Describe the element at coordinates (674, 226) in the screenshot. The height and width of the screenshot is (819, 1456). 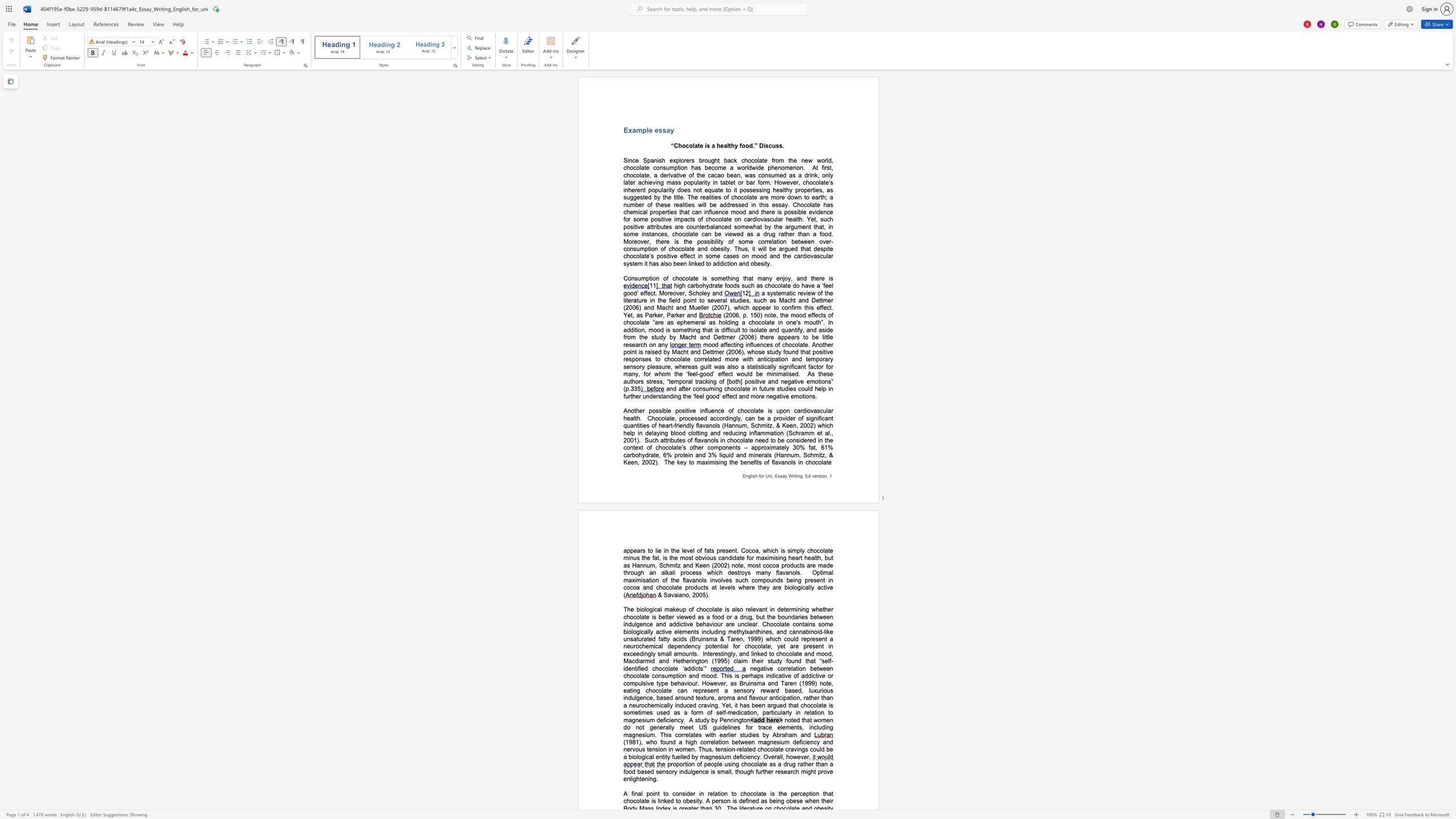
I see `the subset text "are counterbala" within the text "for some positive impacts of chocolate on cardiovascular health. Yet, such positive attributes are counterbalanced"` at that location.